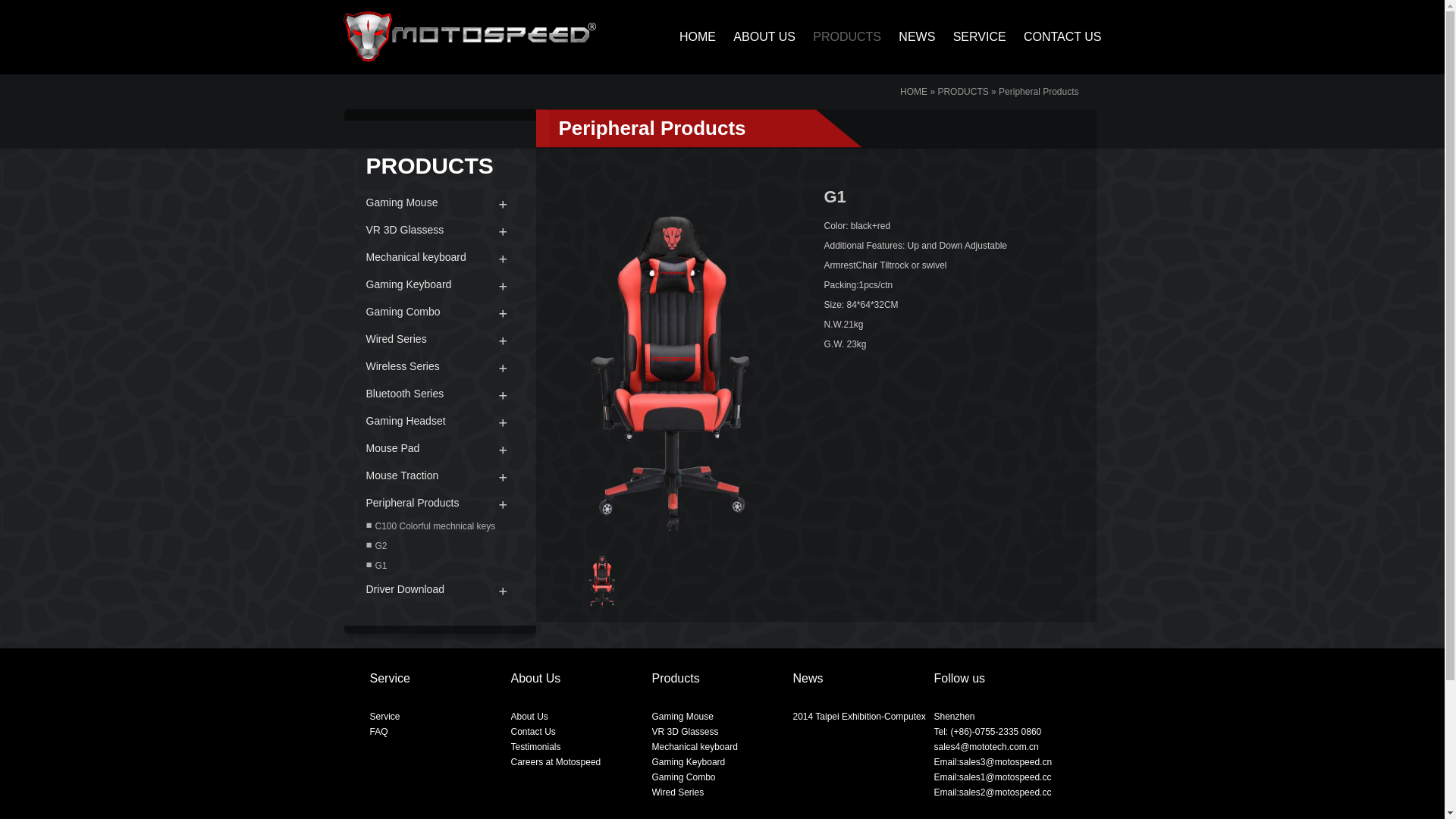 The width and height of the screenshot is (1456, 819). Describe the element at coordinates (438, 256) in the screenshot. I see `'Mechanical keyboard'` at that location.